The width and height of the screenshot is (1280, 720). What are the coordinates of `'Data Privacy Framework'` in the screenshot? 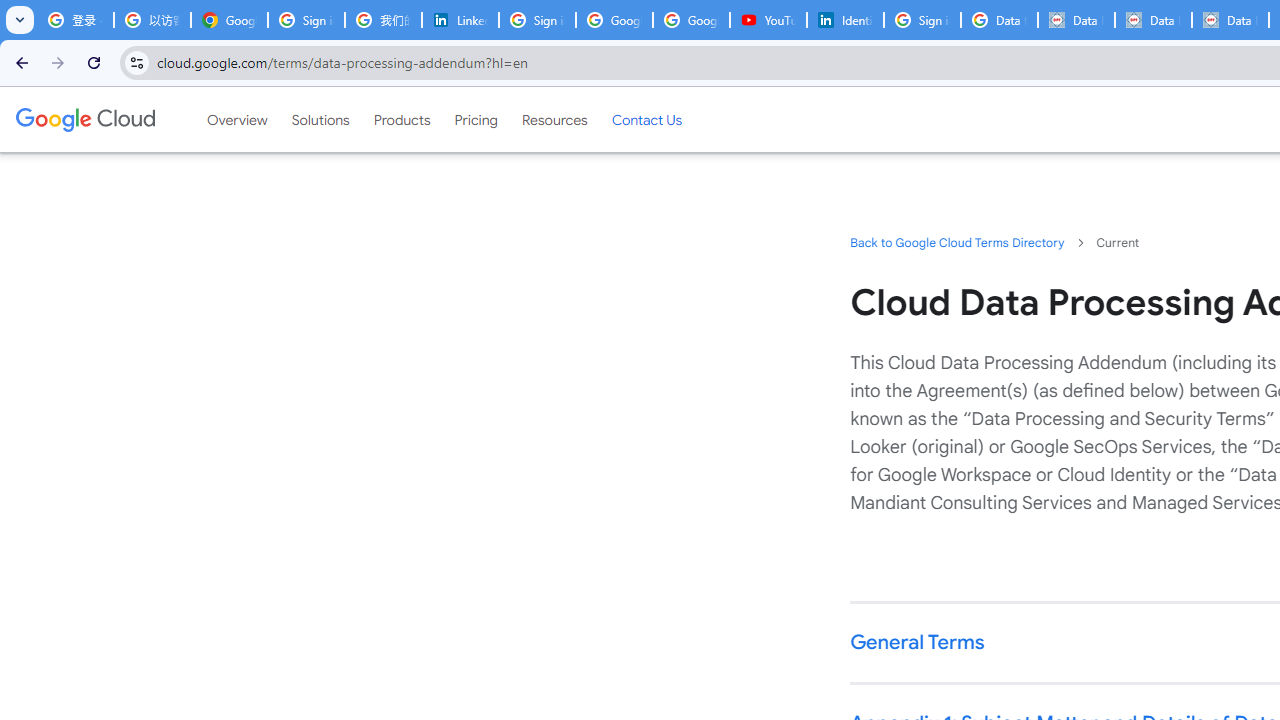 It's located at (1153, 20).